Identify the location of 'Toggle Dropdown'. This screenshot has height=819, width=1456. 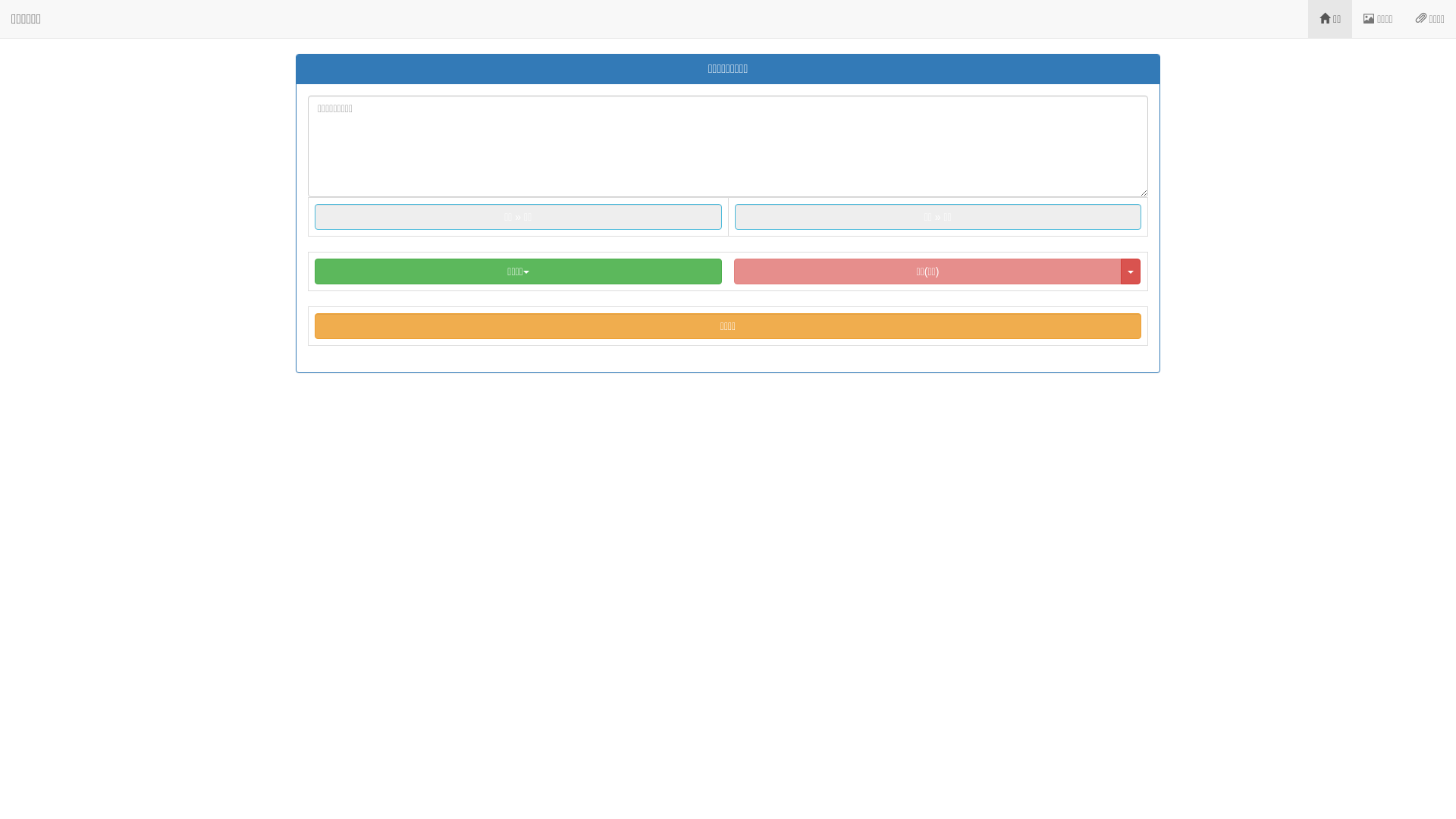
(1131, 271).